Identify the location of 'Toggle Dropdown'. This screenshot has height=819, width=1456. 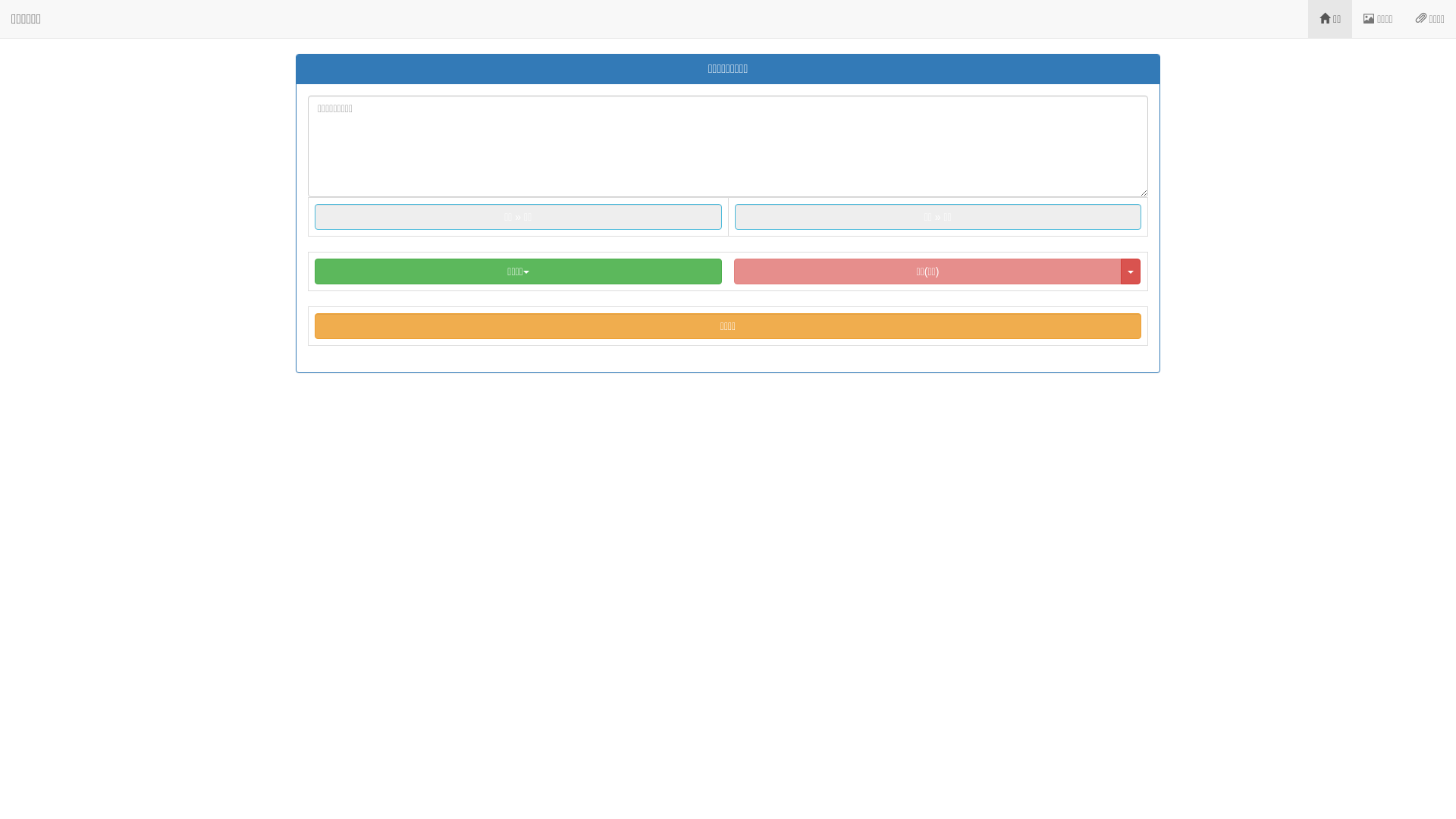
(1131, 271).